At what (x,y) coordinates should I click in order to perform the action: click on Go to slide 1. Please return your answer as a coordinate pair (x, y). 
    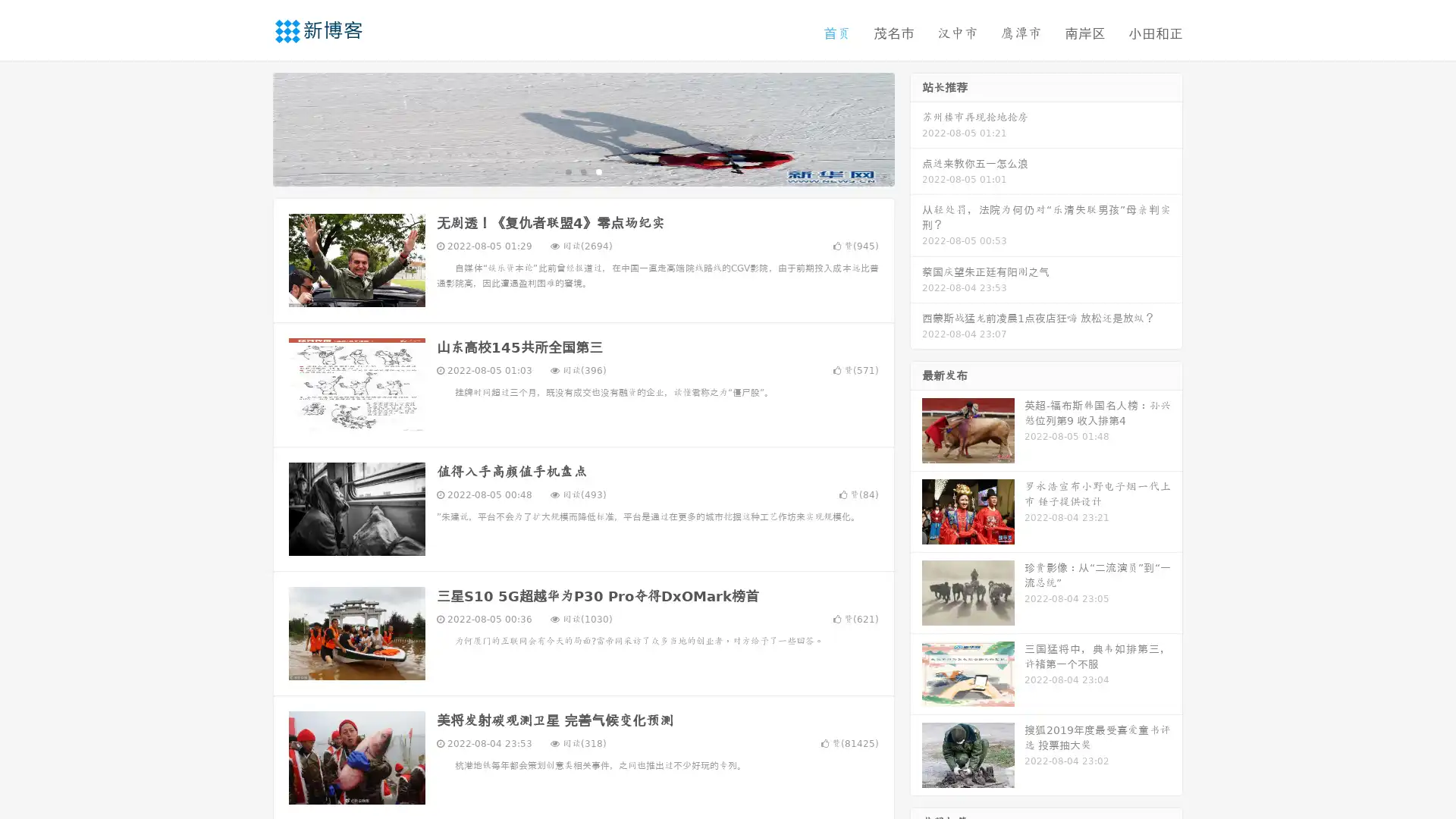
    Looking at the image, I should click on (567, 171).